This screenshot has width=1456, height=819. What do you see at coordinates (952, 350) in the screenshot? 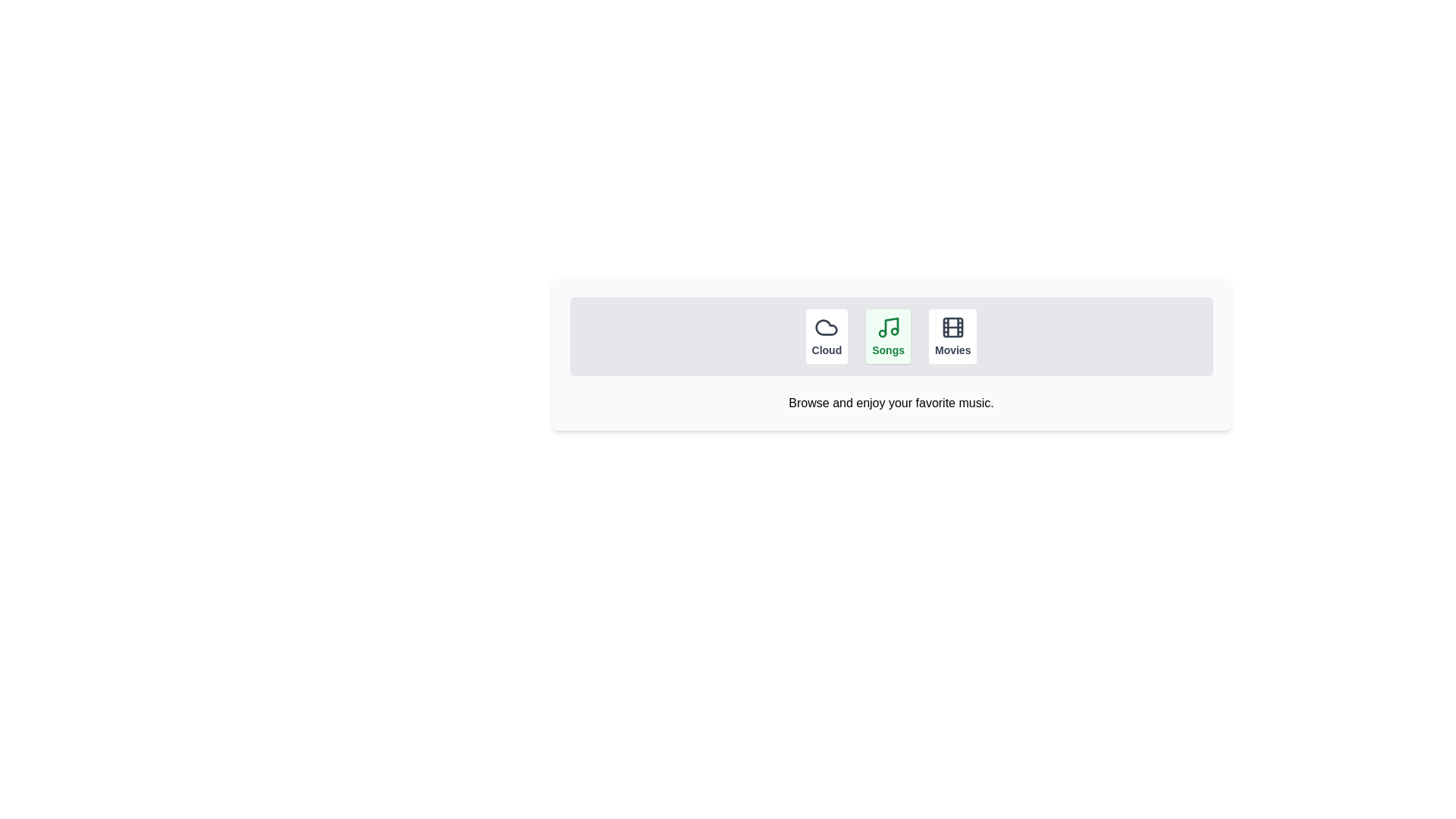
I see `the text label displaying 'Movies', which is the third button in a horizontal arrangement of buttons labeled 'Cloud', 'Songs', and 'Movies'` at bounding box center [952, 350].